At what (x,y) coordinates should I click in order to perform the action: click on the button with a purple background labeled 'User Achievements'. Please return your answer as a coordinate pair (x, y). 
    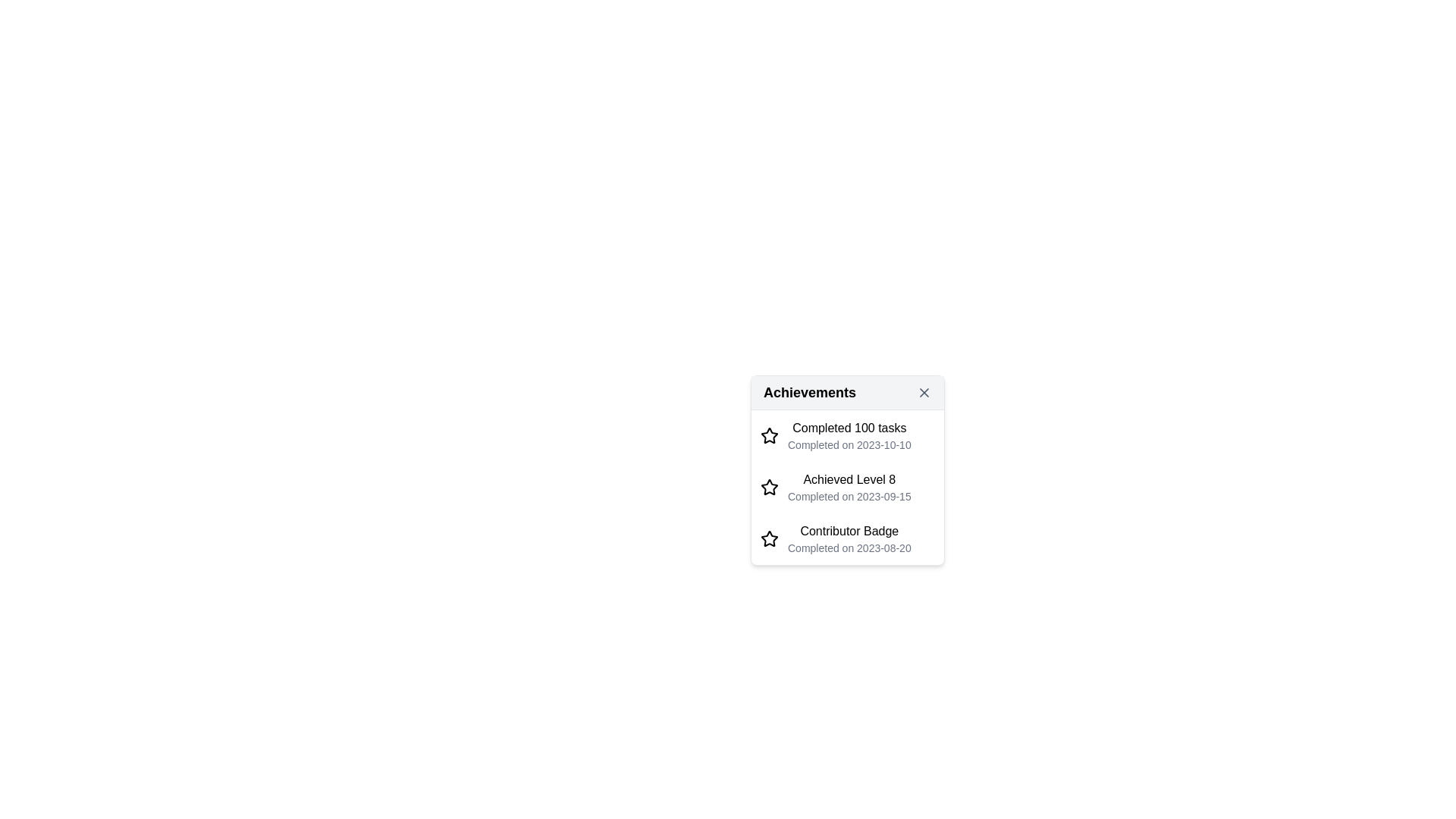
    Looking at the image, I should click on (847, 463).